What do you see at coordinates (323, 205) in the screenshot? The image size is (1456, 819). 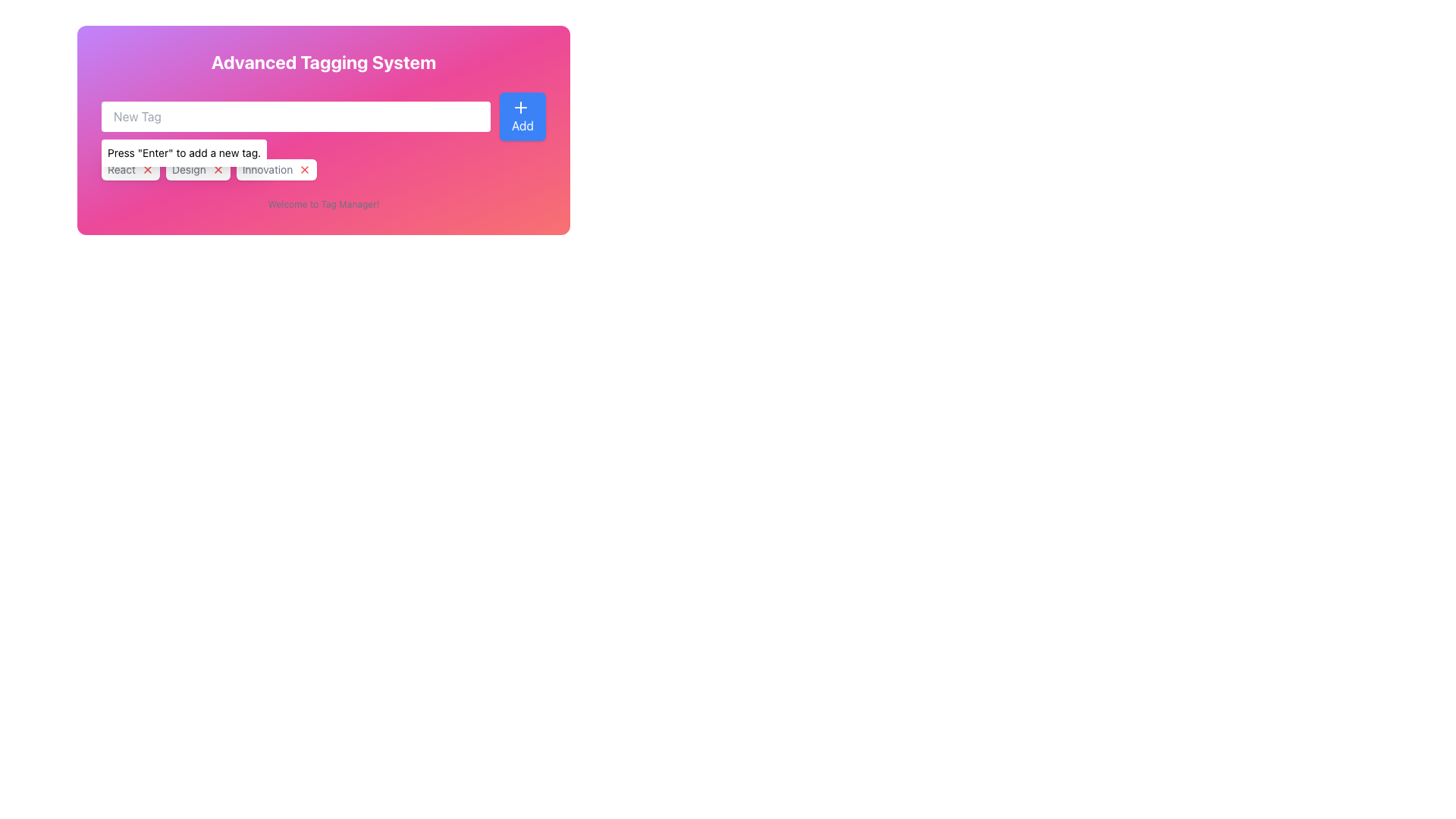 I see `the text label displaying 'Welcome to Tag Manager!' which is styled with a light font in gray color, located at the bottom of the 'Advanced Tagging System' section` at bounding box center [323, 205].